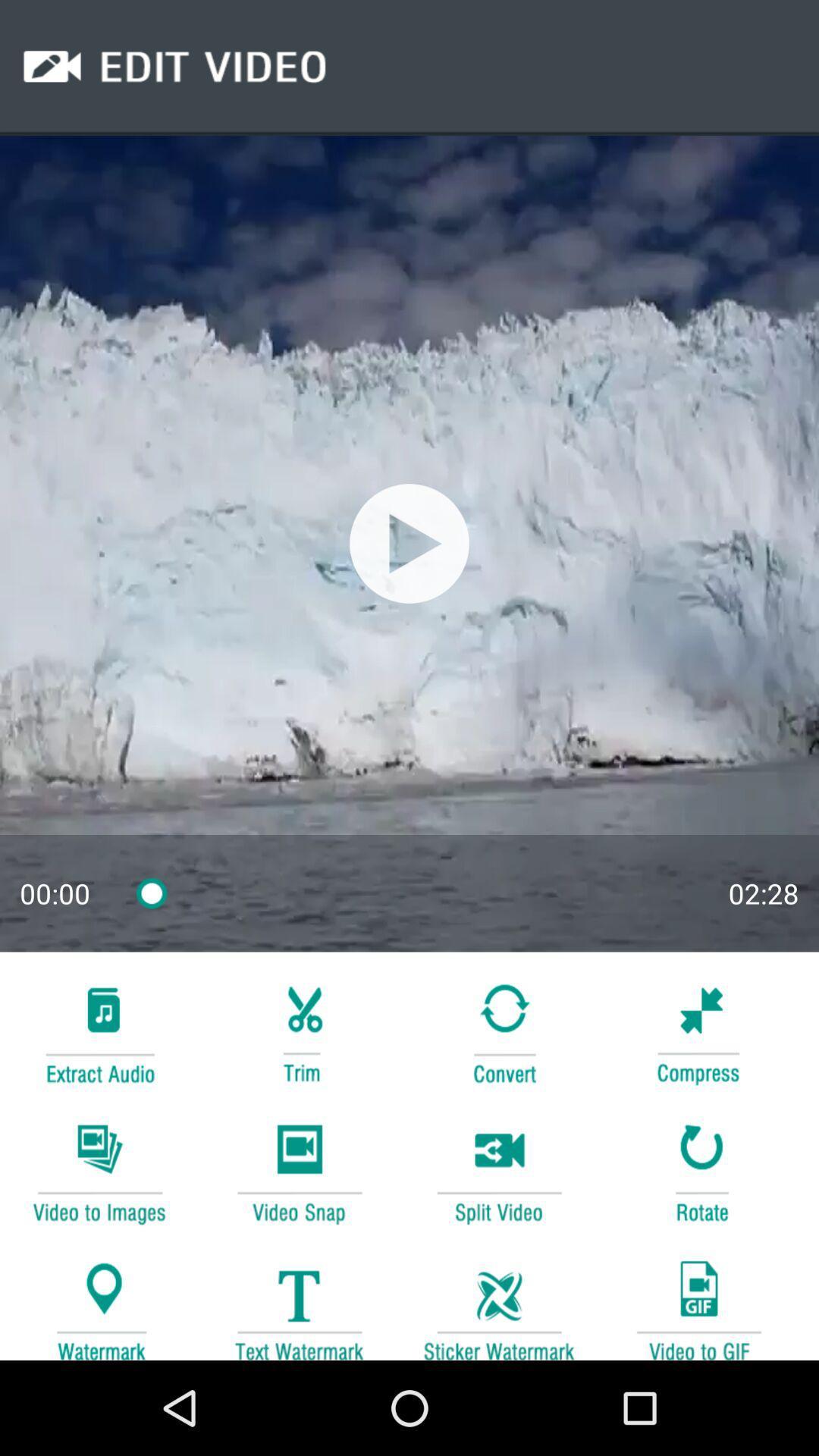  Describe the element at coordinates (99, 1031) in the screenshot. I see `extract audio` at that location.